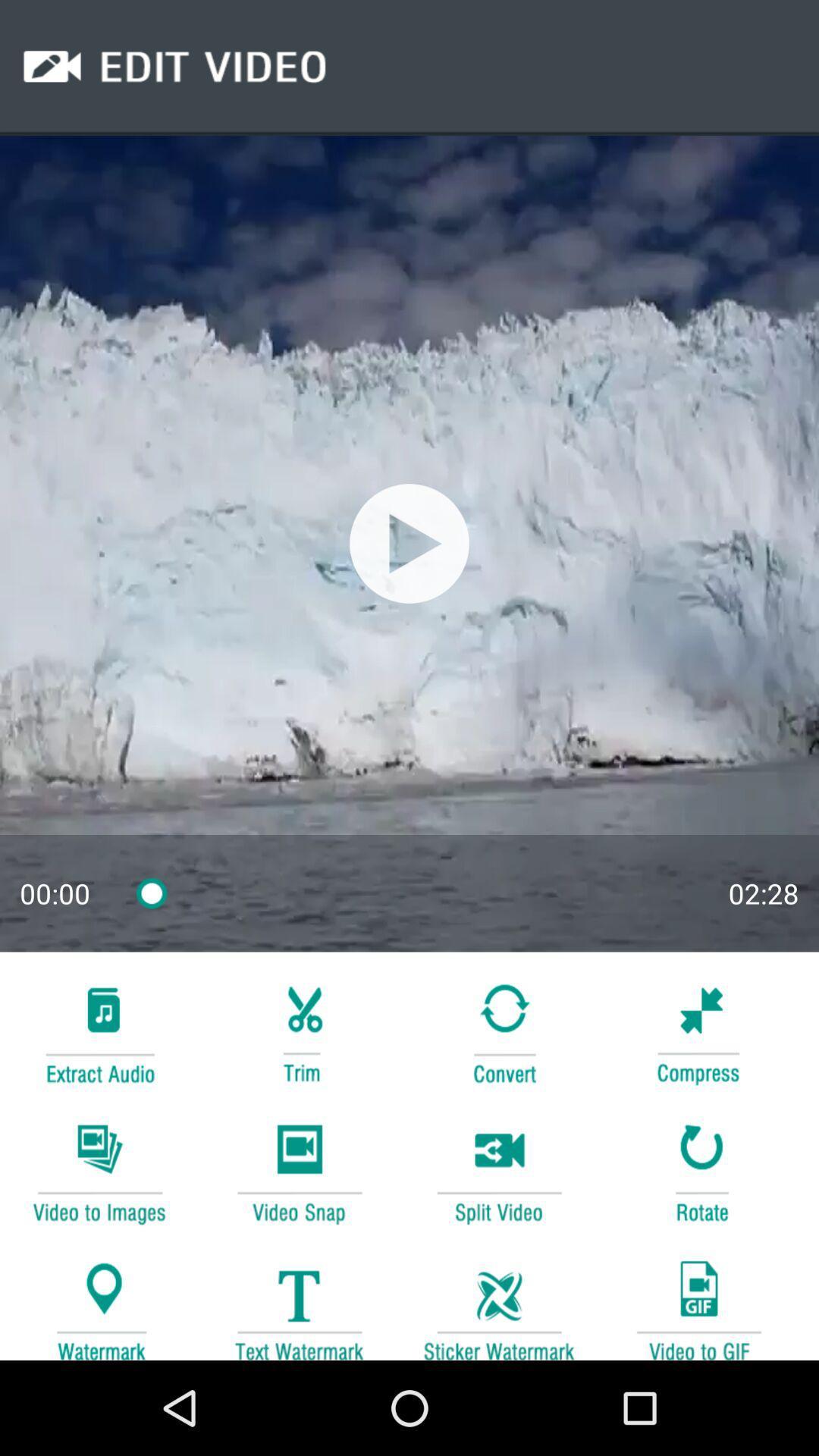  Describe the element at coordinates (99, 1031) in the screenshot. I see `extract audio` at that location.